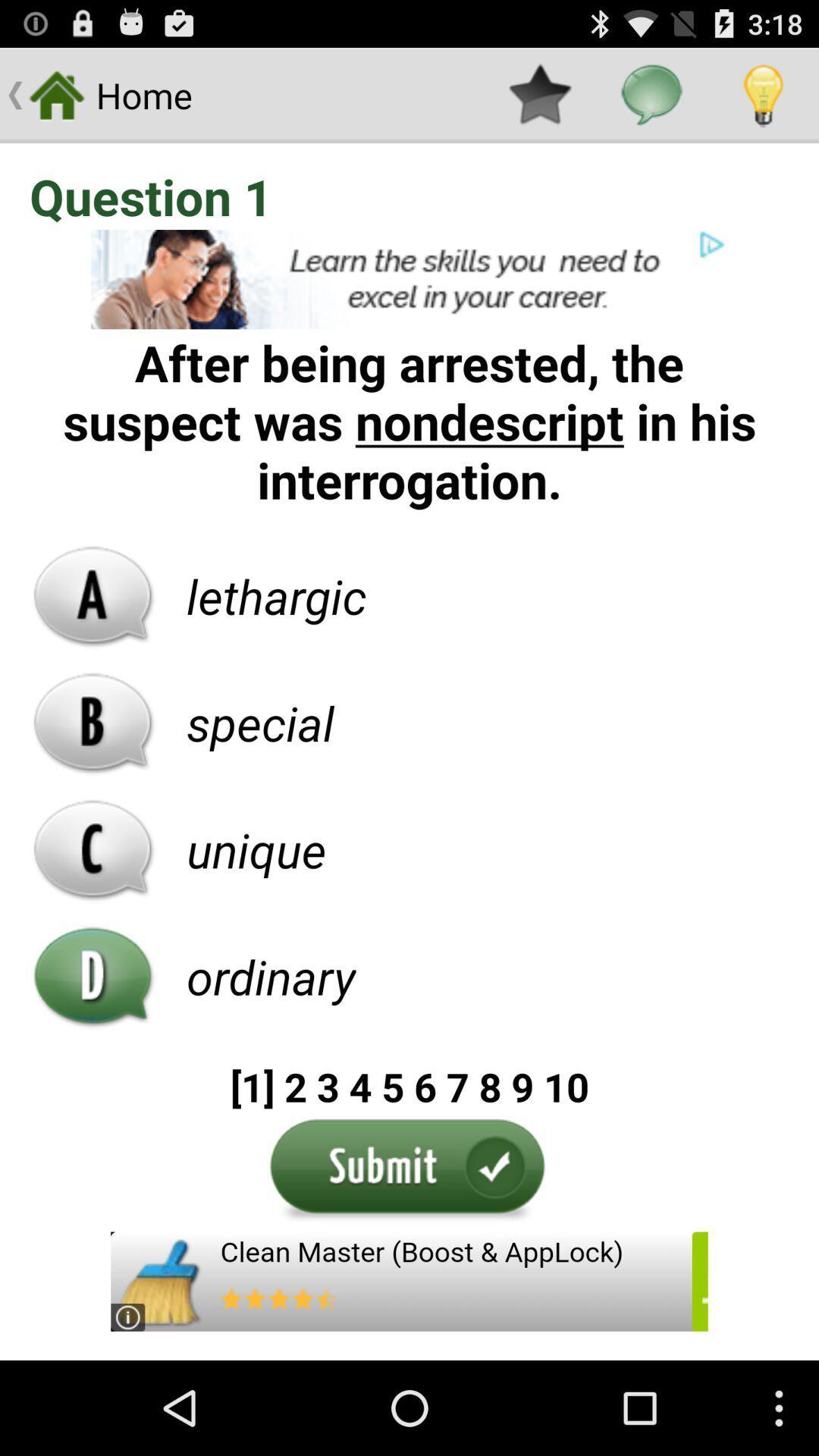 The height and width of the screenshot is (1456, 819). What do you see at coordinates (93, 638) in the screenshot?
I see `the navigation icon` at bounding box center [93, 638].